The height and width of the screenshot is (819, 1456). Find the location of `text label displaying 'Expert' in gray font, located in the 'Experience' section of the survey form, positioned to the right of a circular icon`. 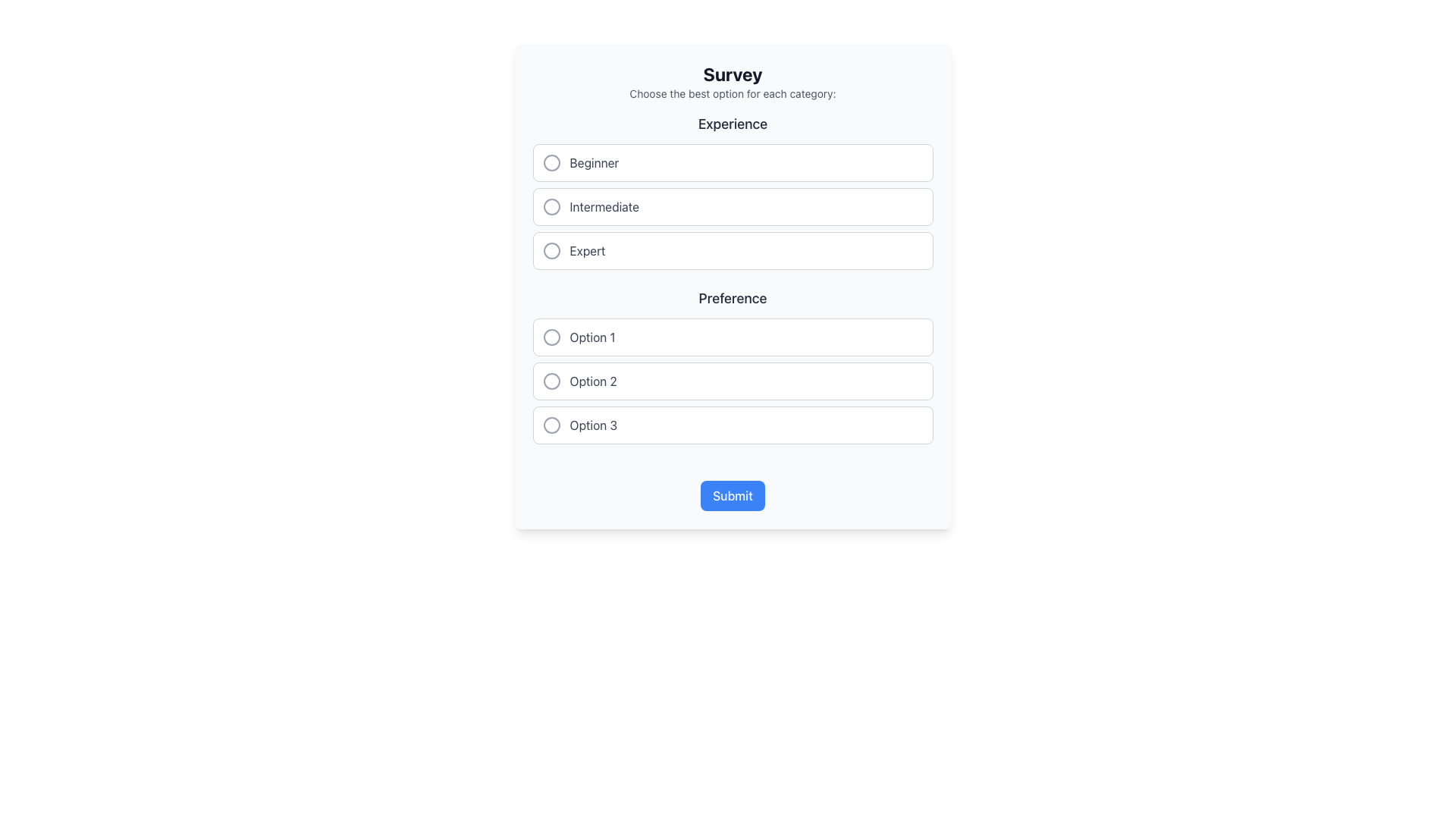

text label displaying 'Expert' in gray font, located in the 'Experience' section of the survey form, positioned to the right of a circular icon is located at coordinates (587, 250).